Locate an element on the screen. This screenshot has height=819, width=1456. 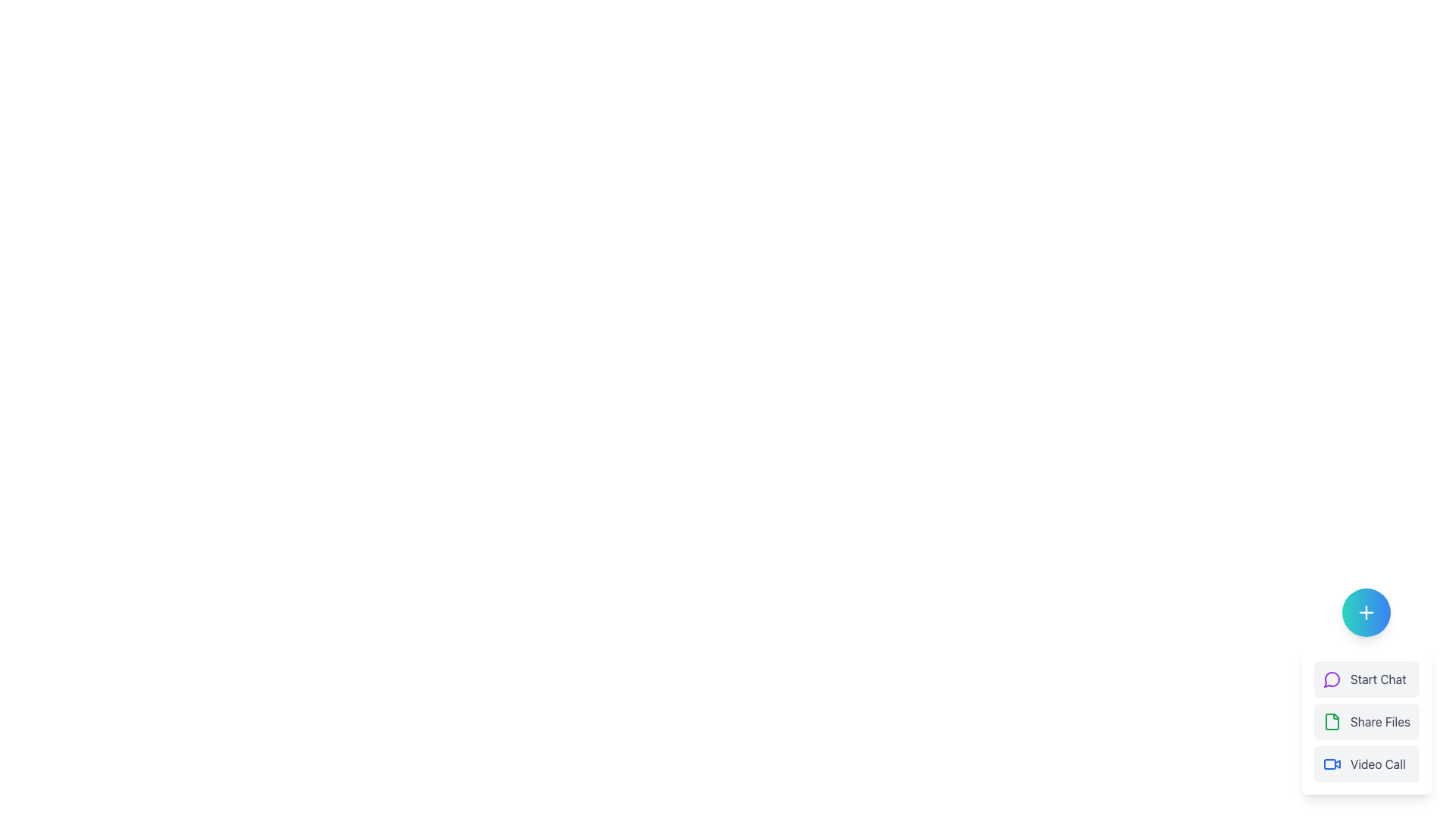
the 'Share Files' button which contains the green file icon with a rounded rectangle shape, positioned to the left of the text label 'Share Files' is located at coordinates (1331, 721).